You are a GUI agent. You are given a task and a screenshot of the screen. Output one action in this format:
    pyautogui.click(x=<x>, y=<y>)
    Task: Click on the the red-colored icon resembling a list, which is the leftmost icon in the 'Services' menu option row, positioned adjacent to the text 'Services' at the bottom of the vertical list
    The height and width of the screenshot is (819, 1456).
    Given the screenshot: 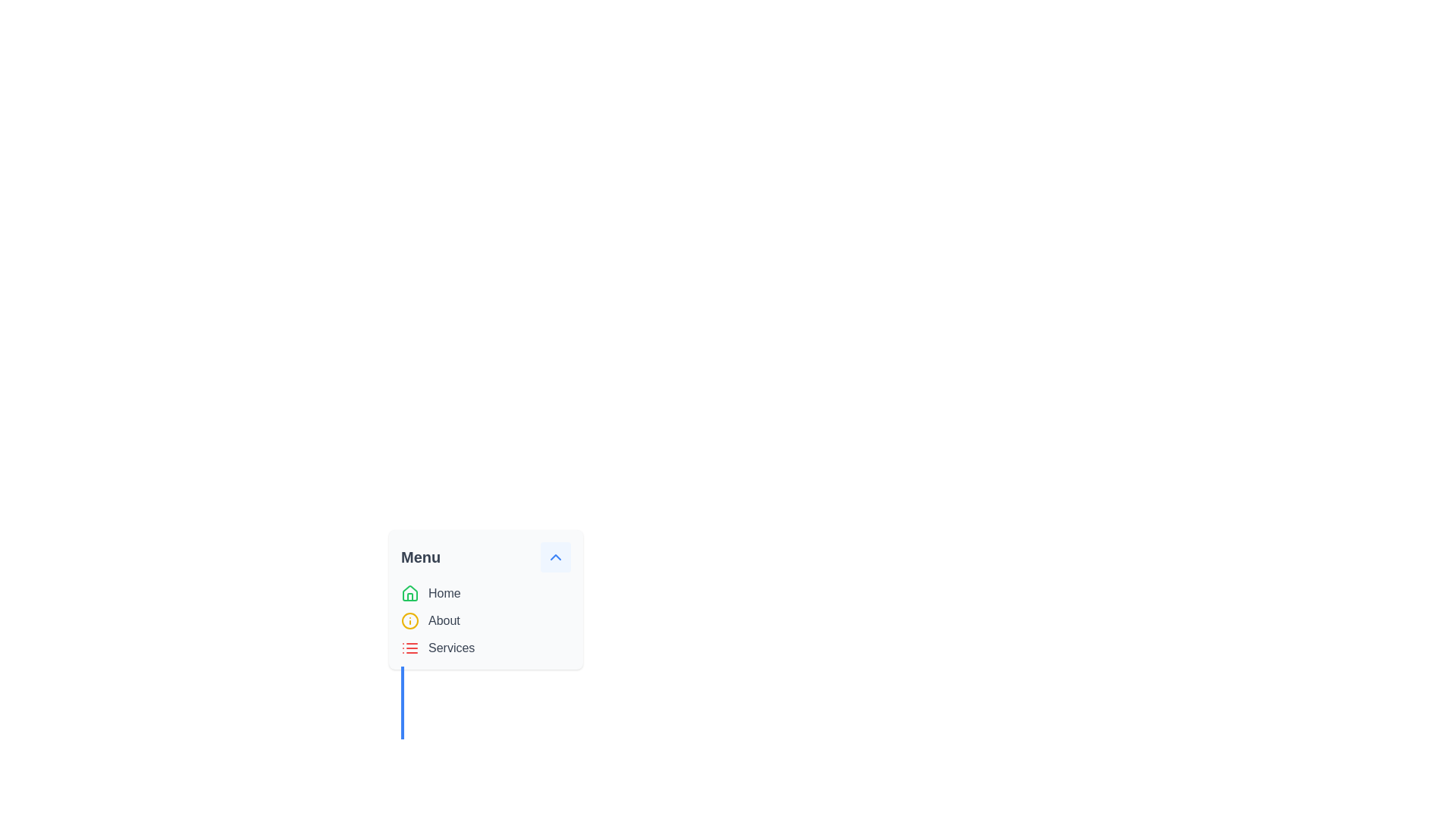 What is the action you would take?
    pyautogui.click(x=410, y=648)
    